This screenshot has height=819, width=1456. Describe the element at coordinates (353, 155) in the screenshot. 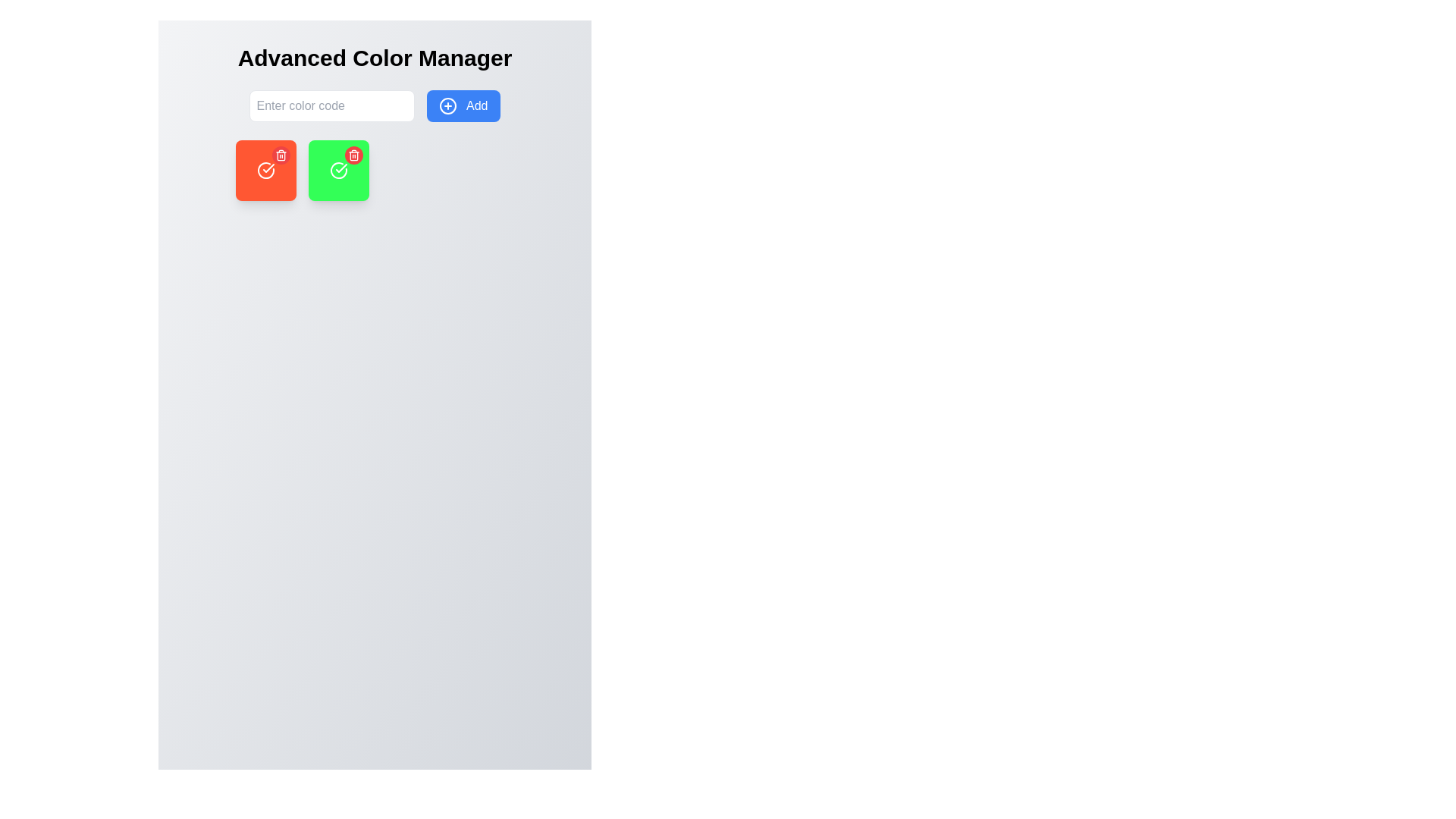

I see `the Trash Icon, which is located within a red circular button in the top-right corner of the red rectangle that represents a color item` at that location.